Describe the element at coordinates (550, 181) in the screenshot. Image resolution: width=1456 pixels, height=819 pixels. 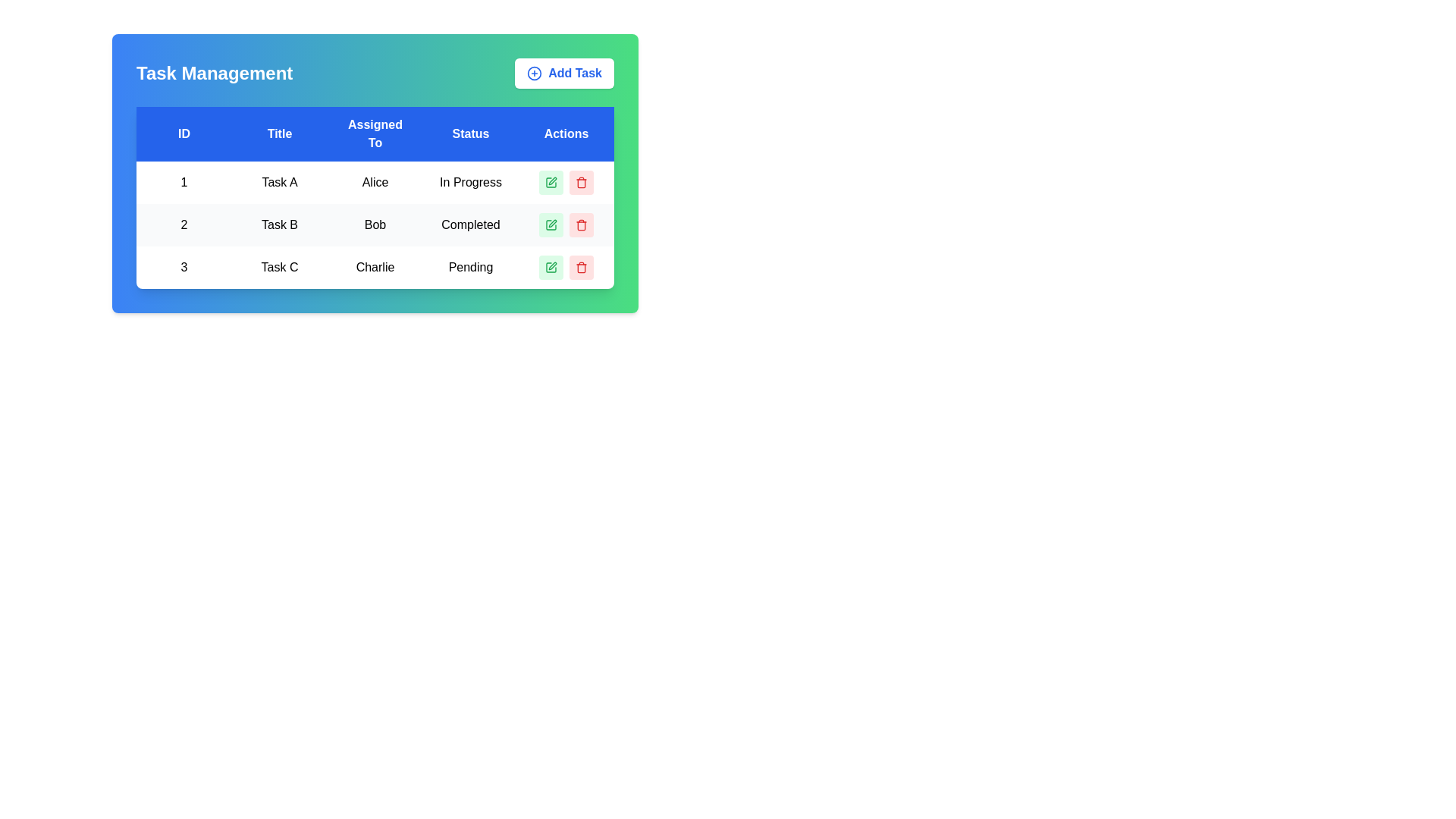
I see `the edit icon button located in the 'Actions' column of the first row in the 'Task Management' table` at that location.